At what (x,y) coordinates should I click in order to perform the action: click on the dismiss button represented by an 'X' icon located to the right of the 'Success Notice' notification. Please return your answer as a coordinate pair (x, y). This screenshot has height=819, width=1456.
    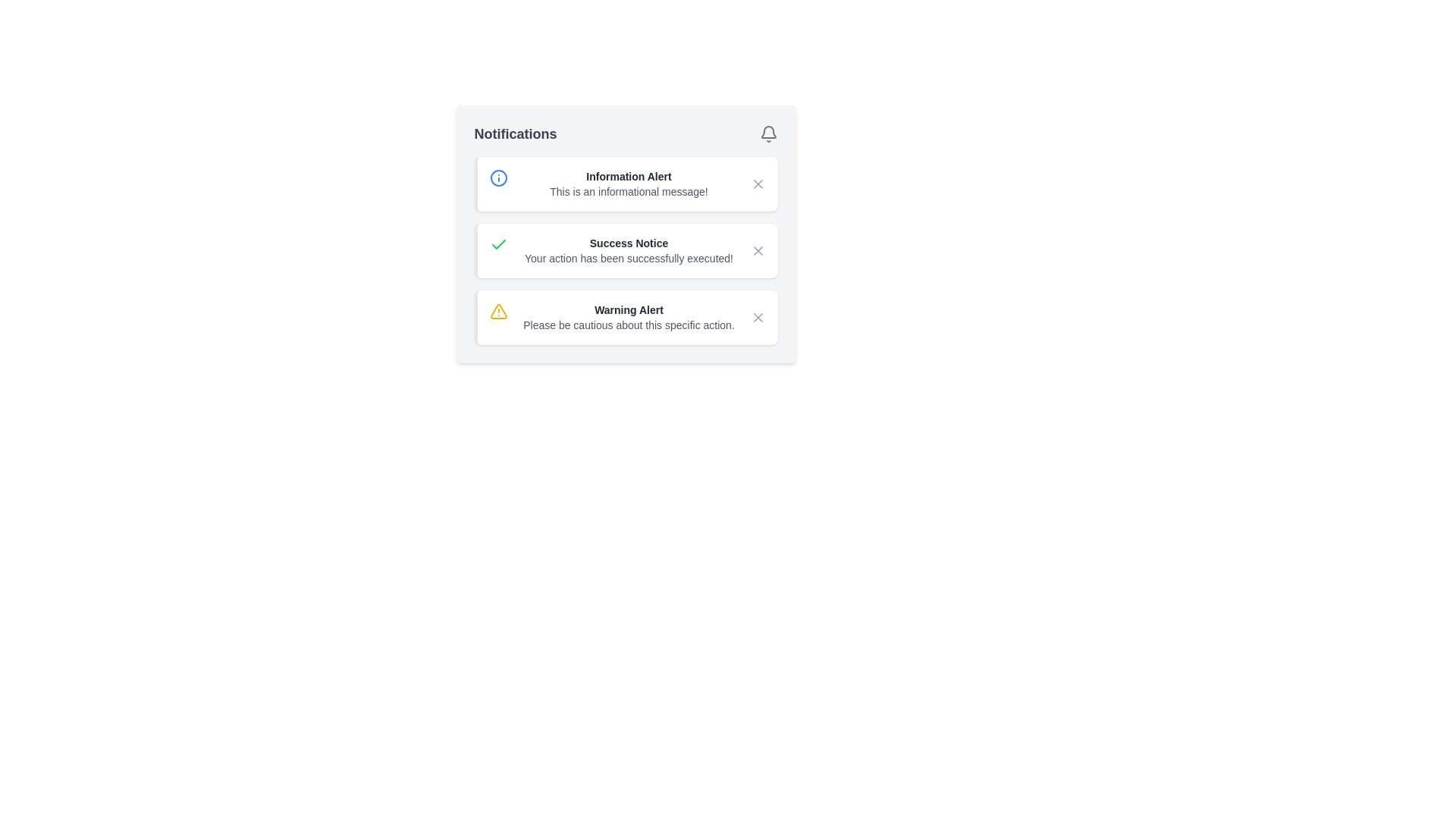
    Looking at the image, I should click on (758, 250).